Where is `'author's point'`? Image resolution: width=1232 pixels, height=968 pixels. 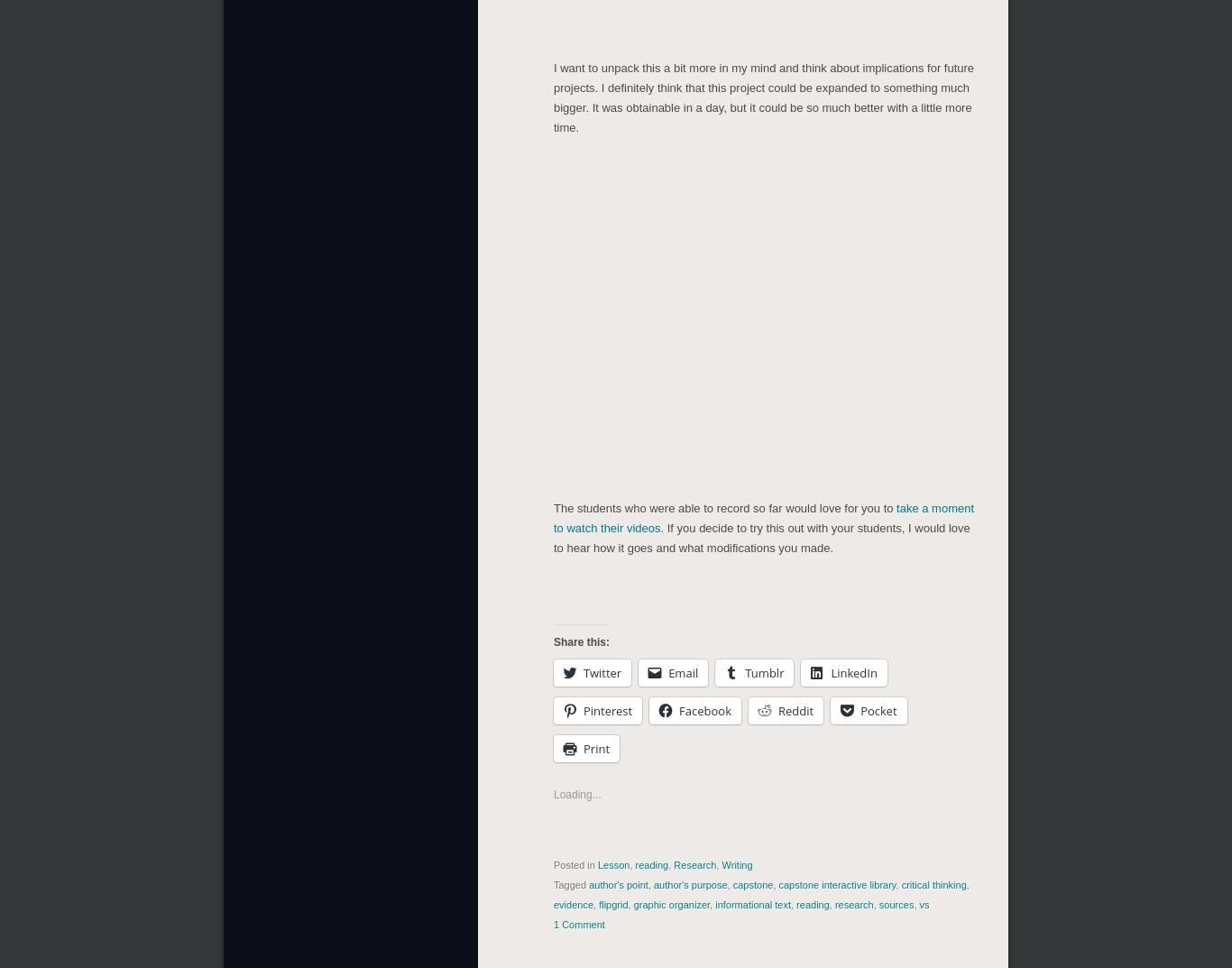 'author's point' is located at coordinates (618, 882).